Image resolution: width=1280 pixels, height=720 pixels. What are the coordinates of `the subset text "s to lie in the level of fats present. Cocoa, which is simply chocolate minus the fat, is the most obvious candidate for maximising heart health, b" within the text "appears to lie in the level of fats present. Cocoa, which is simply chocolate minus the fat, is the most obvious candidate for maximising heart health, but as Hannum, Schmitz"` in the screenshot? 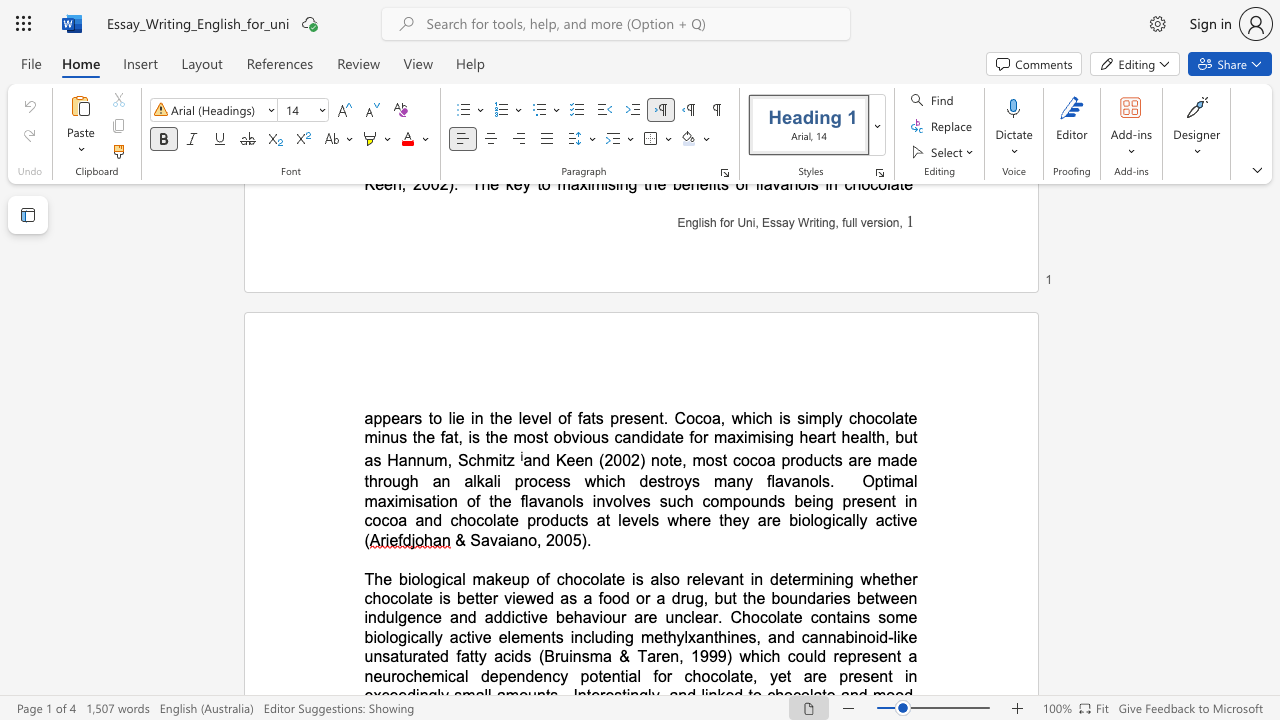 It's located at (413, 417).